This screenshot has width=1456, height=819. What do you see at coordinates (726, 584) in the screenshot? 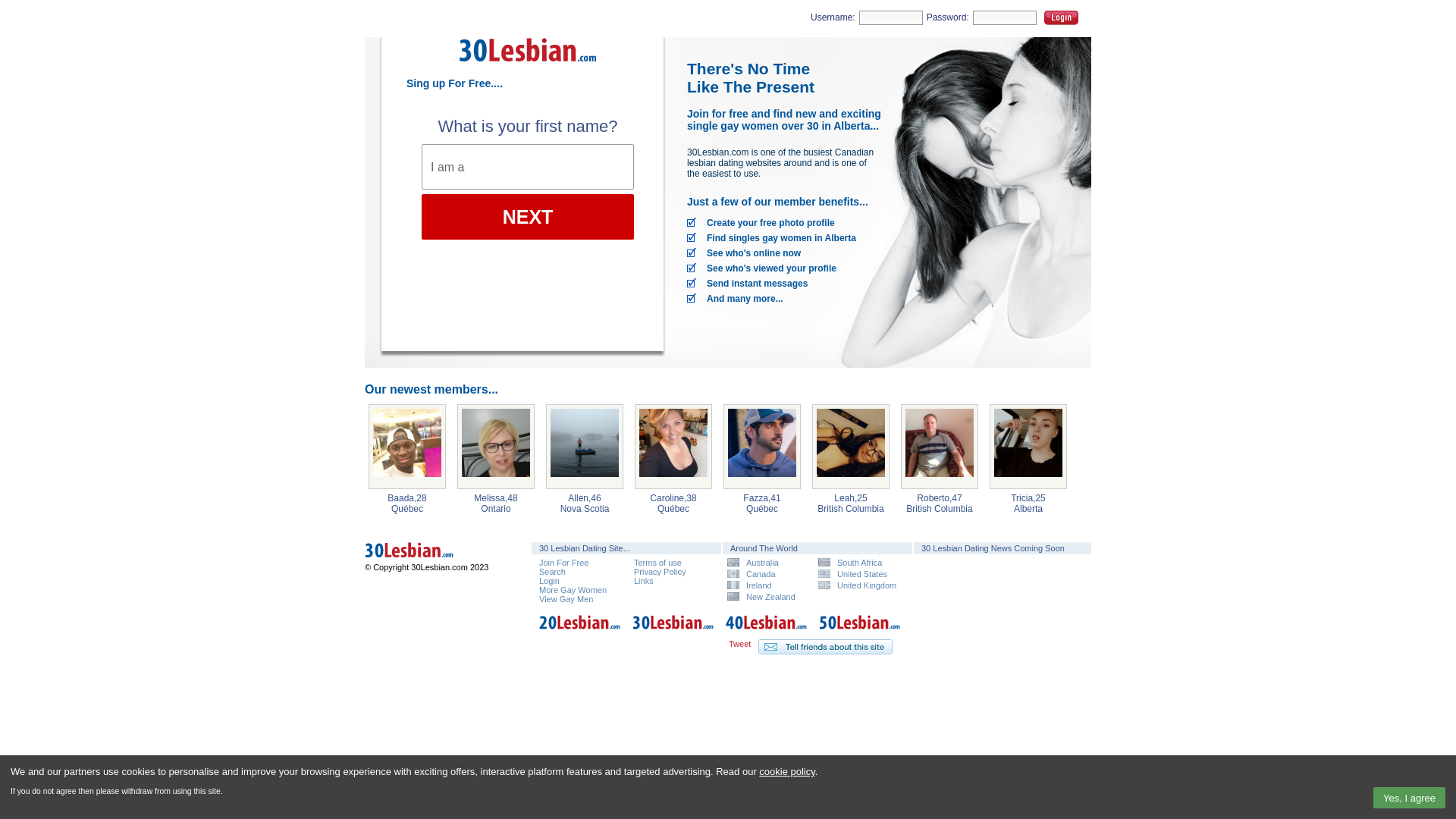
I see `'Ireland'` at bounding box center [726, 584].